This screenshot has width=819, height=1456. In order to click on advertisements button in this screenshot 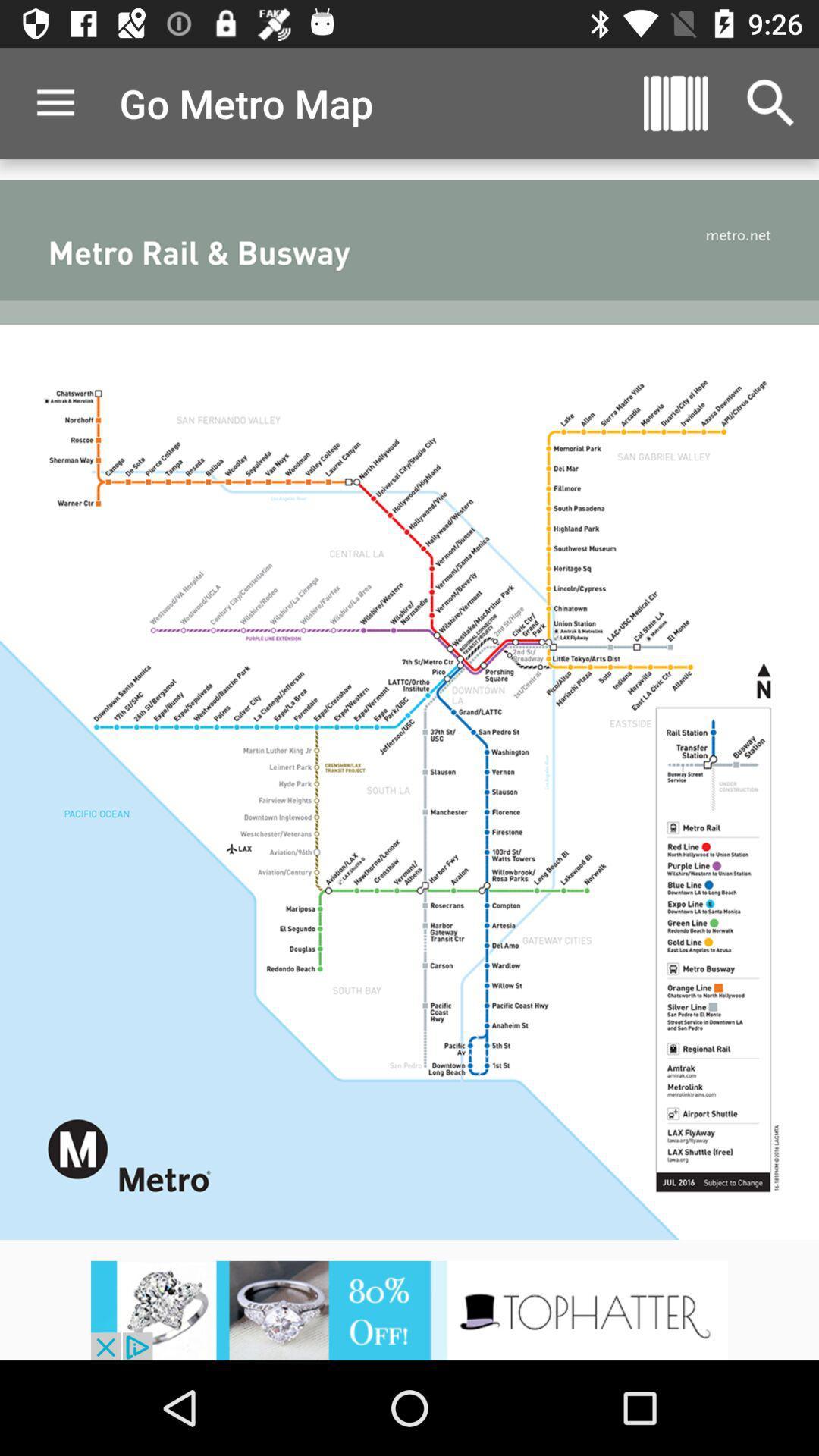, I will do `click(409, 1310)`.